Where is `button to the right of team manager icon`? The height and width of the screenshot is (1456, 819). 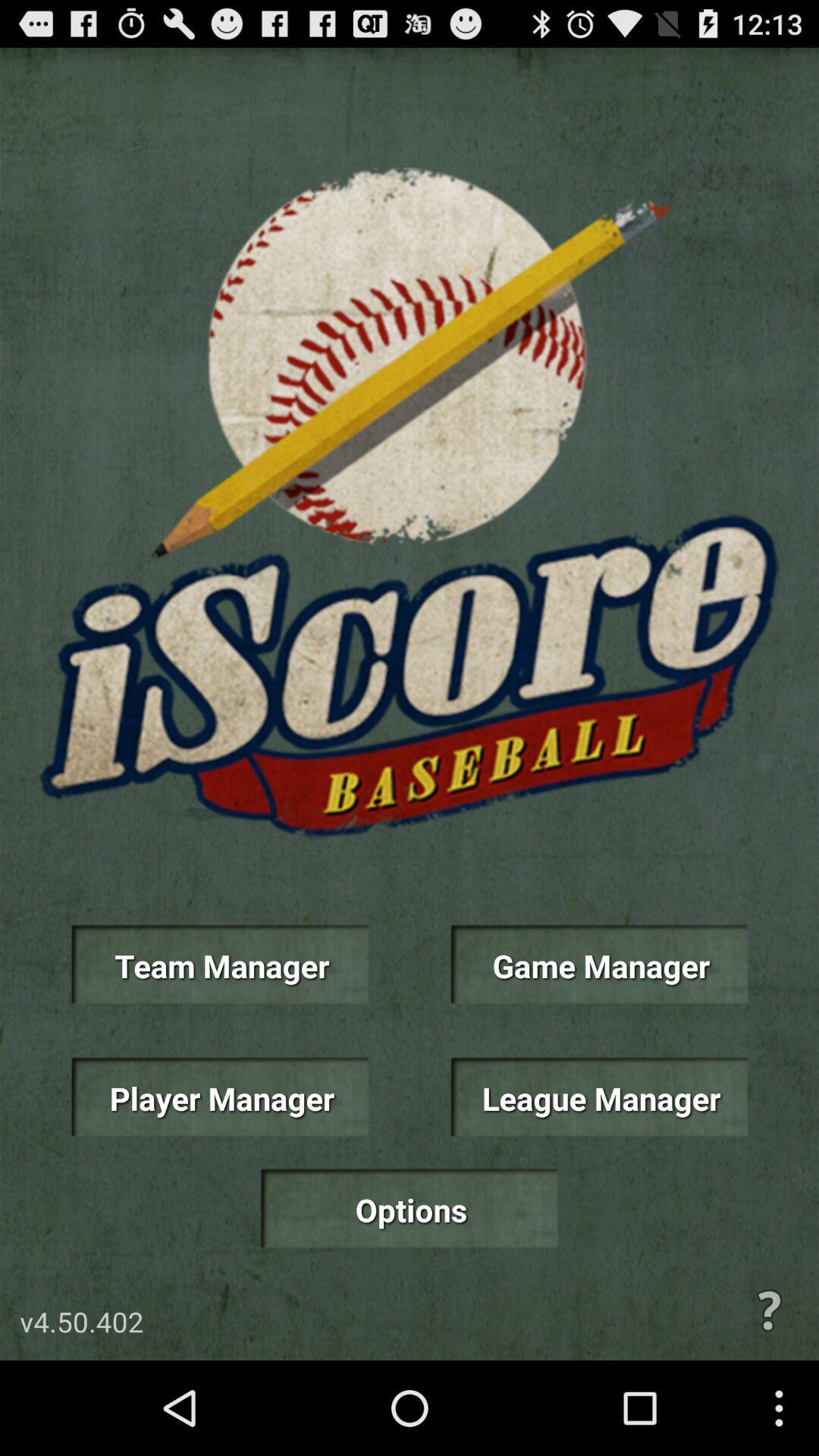
button to the right of team manager icon is located at coordinates (598, 964).